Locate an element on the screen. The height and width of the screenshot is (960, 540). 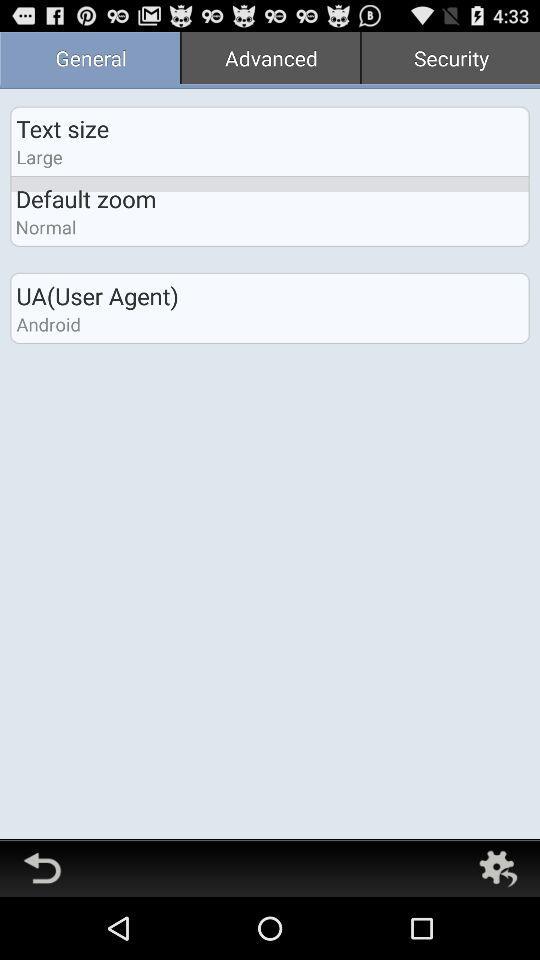
the app next to the advanced item is located at coordinates (89, 59).